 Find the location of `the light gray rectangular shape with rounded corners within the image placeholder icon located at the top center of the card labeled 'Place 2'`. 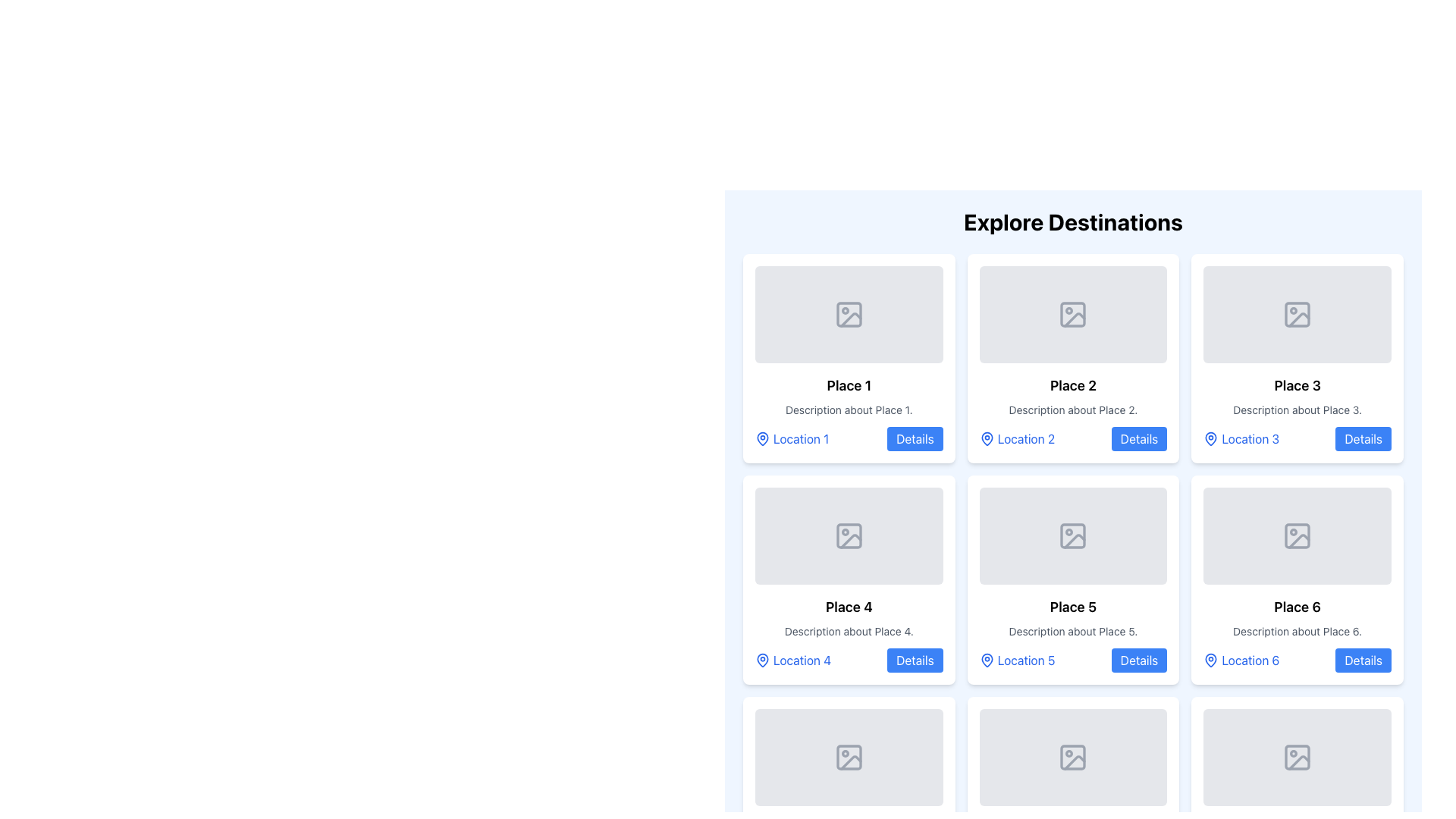

the light gray rectangular shape with rounded corners within the image placeholder icon located at the top center of the card labeled 'Place 2' is located at coordinates (1072, 314).